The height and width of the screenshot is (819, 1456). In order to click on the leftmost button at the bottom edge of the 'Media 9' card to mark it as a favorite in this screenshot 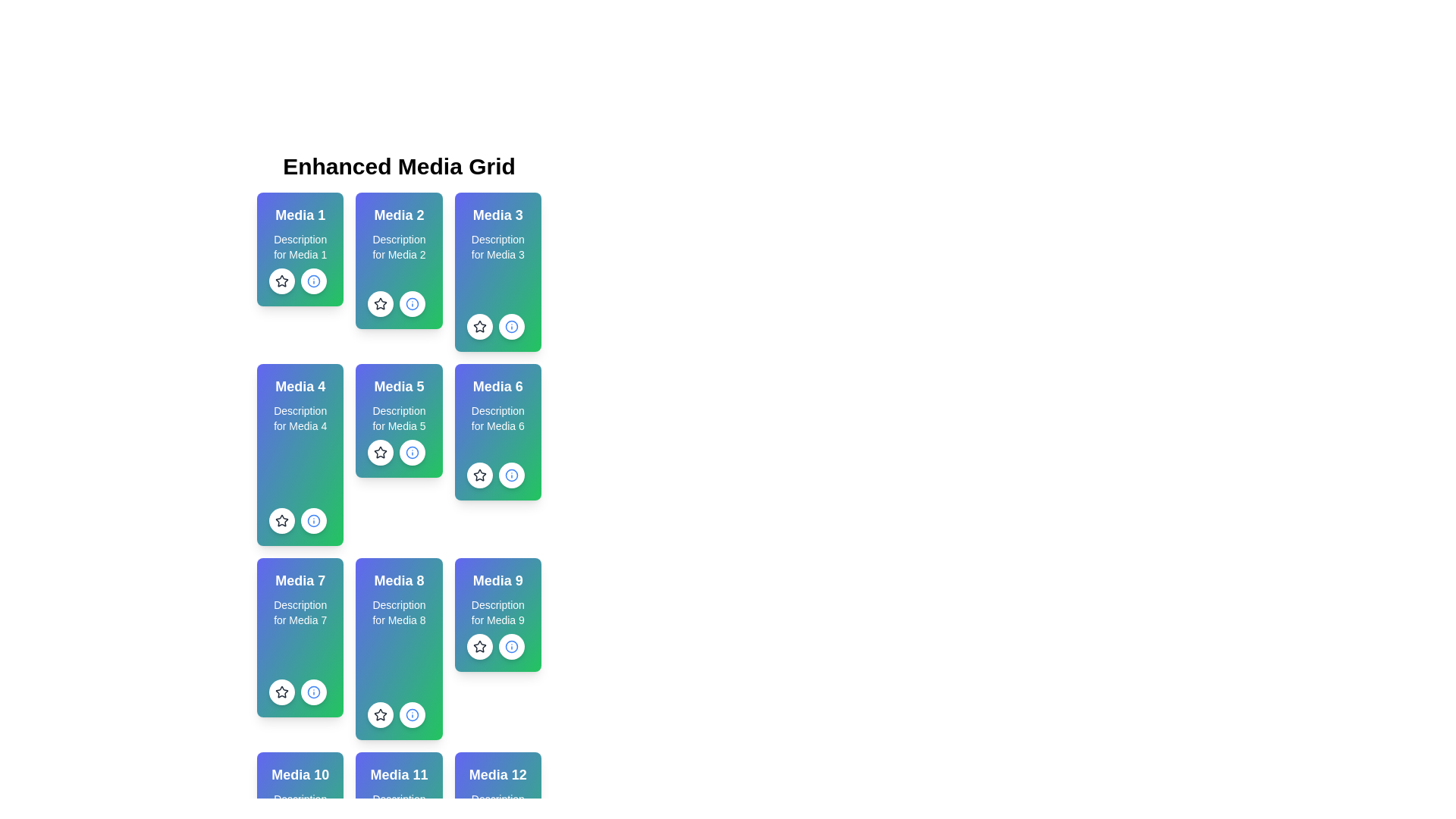, I will do `click(479, 646)`.